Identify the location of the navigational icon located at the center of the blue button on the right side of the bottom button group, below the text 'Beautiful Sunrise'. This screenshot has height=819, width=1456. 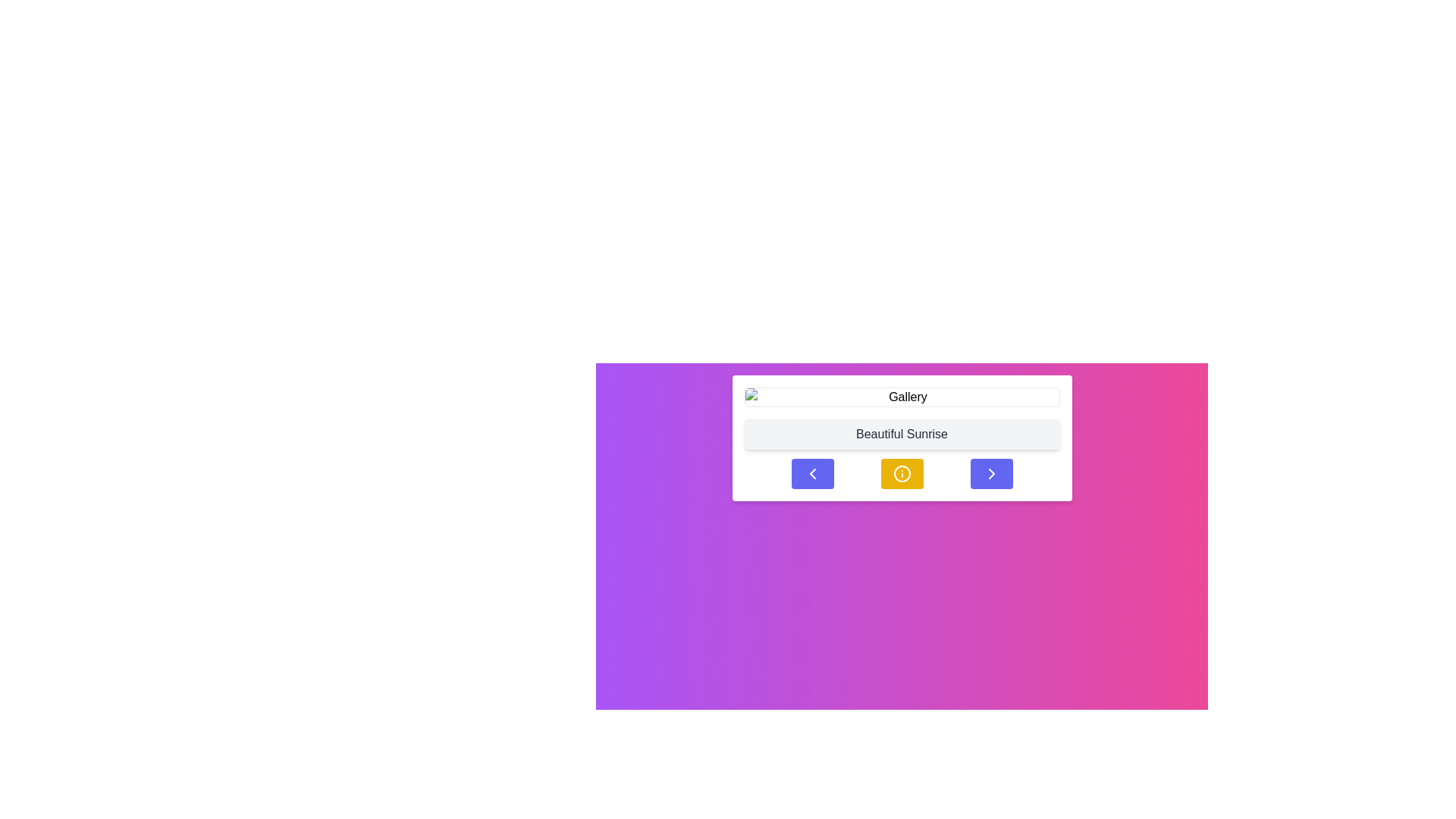
(991, 472).